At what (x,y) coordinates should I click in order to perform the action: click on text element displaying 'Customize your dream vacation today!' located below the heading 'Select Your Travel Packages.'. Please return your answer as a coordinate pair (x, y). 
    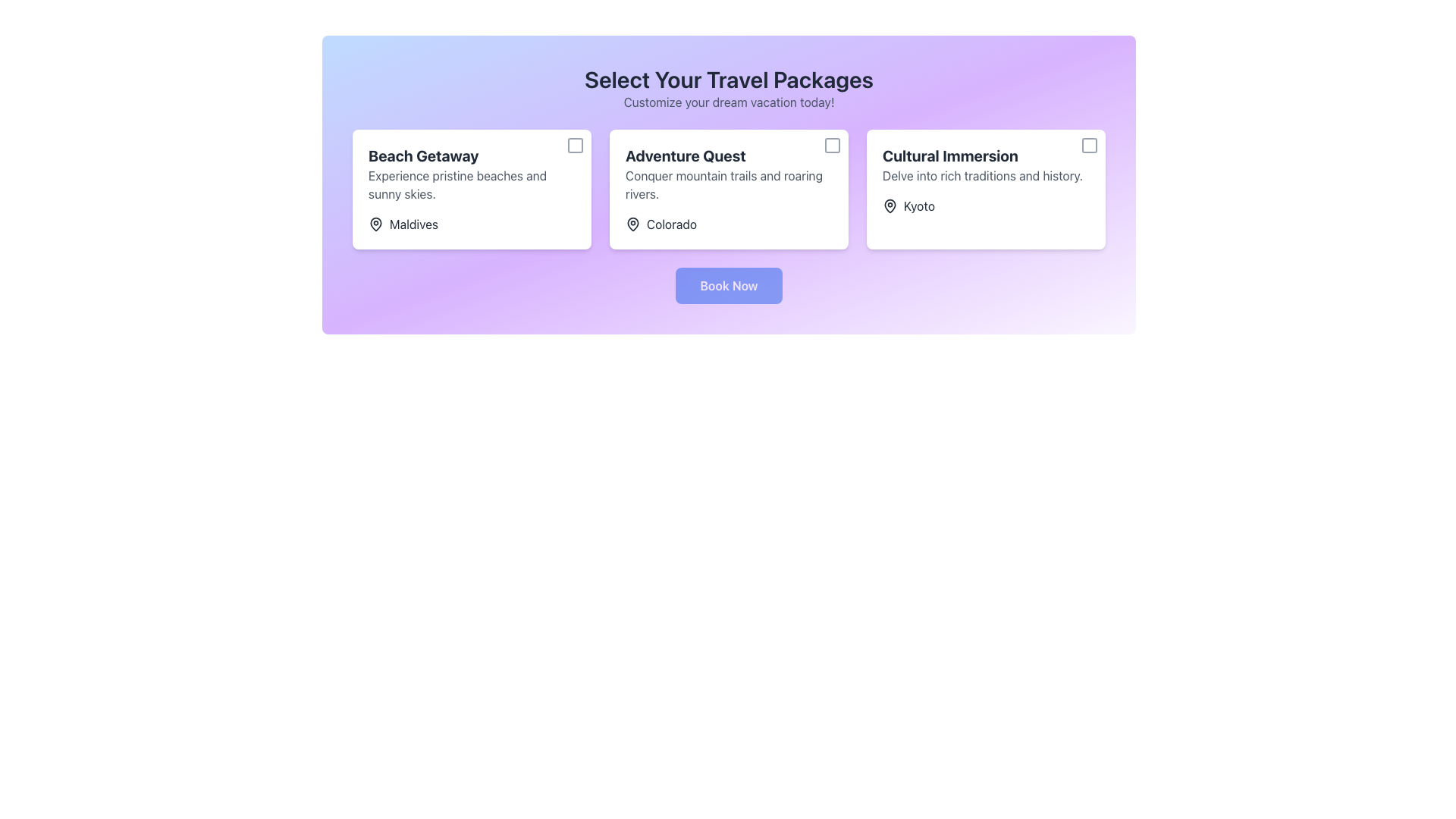
    Looking at the image, I should click on (729, 102).